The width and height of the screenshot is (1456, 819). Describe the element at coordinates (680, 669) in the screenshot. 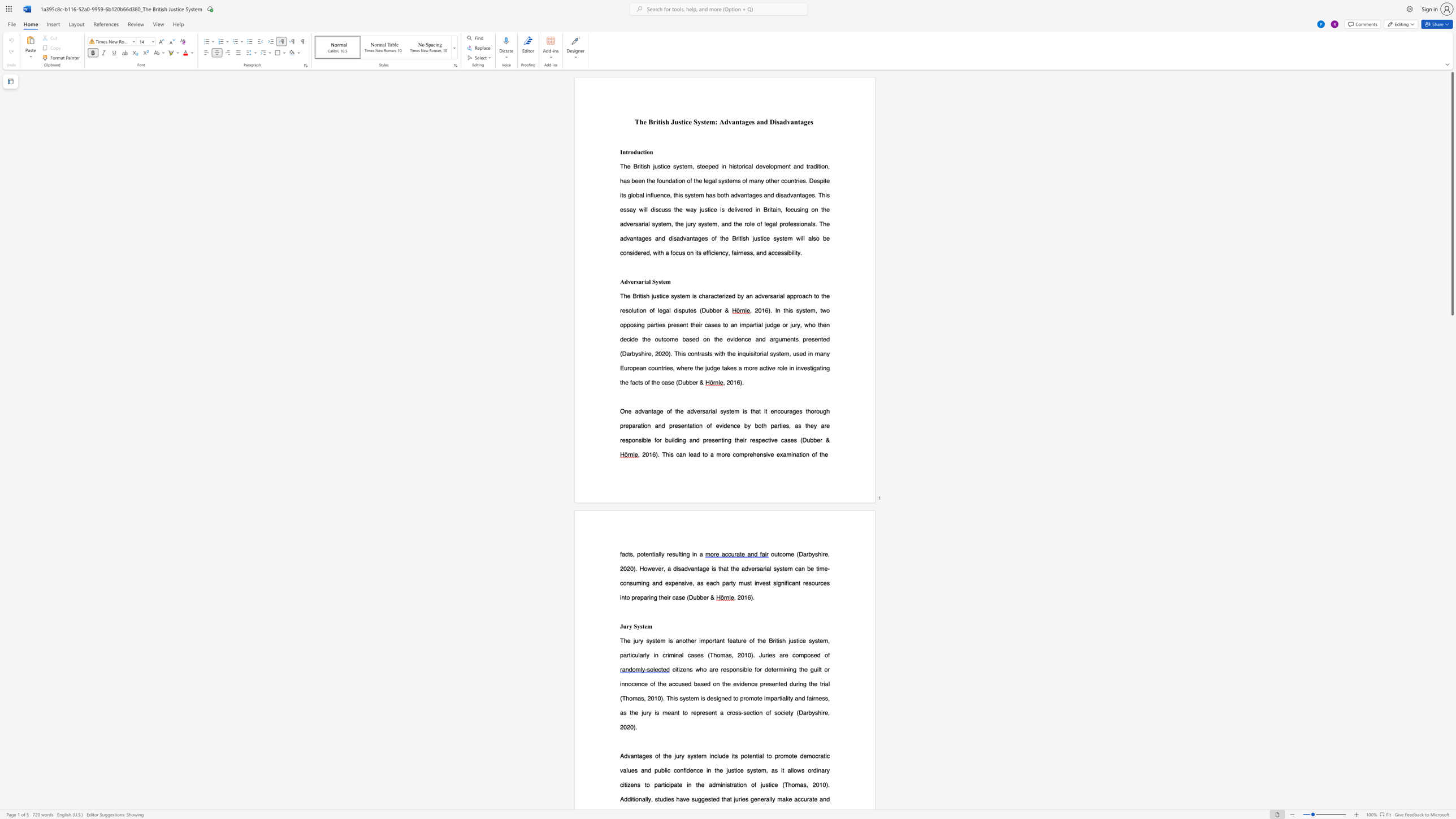

I see `the subset text "zens" within the text "citizens who"` at that location.